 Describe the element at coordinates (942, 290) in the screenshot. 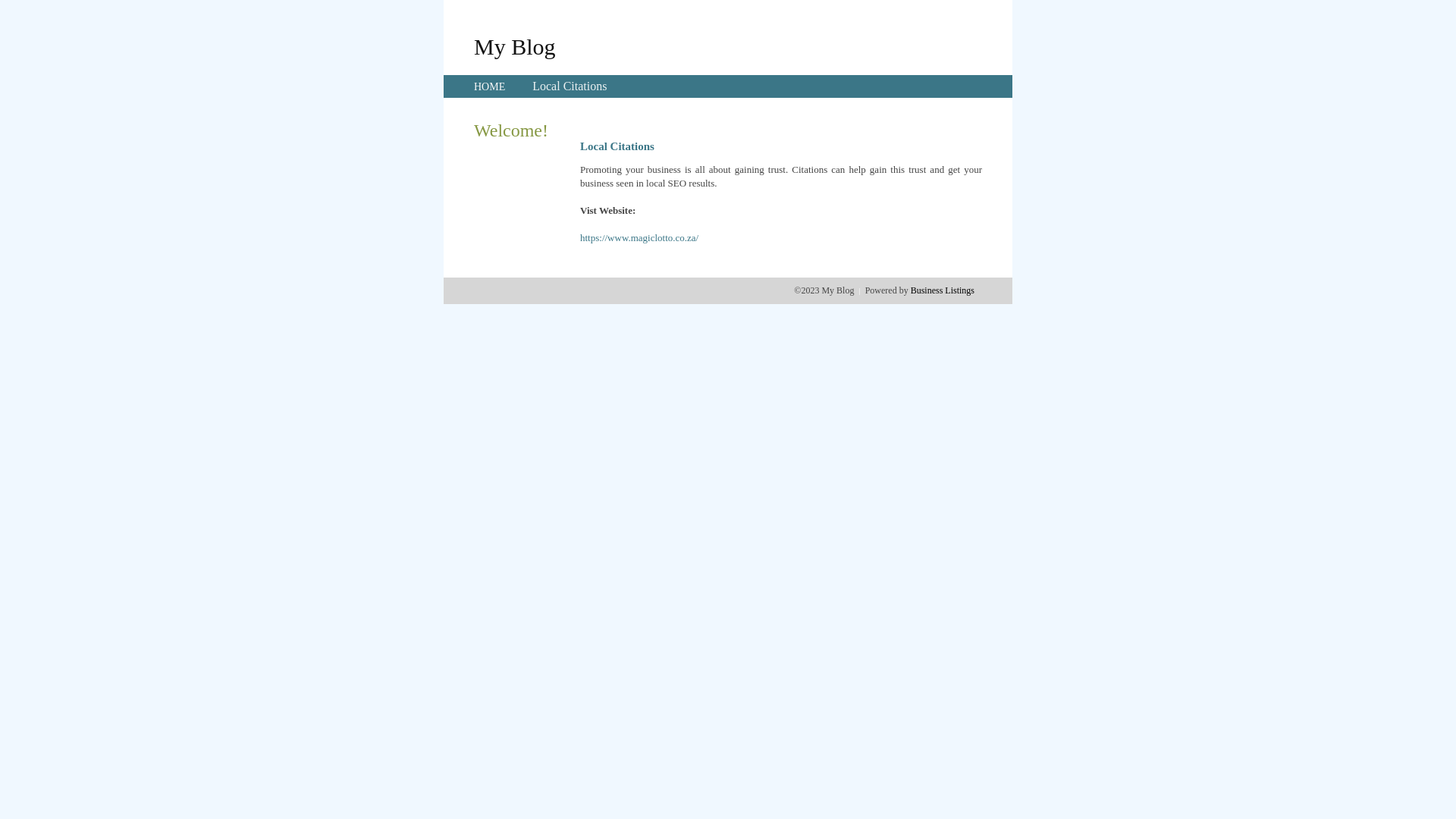

I see `'Business Listings'` at that location.